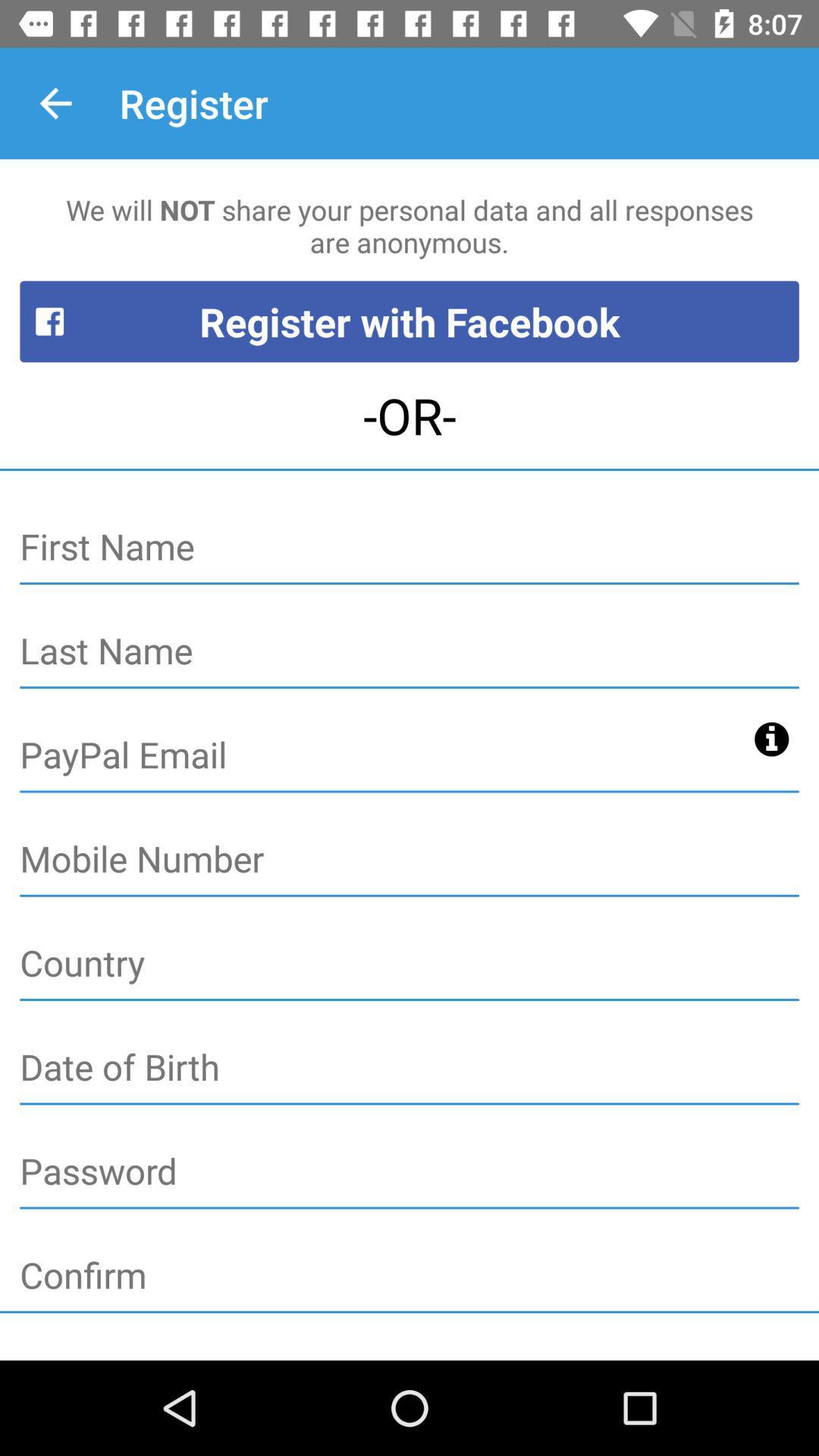 This screenshot has height=1456, width=819. What do you see at coordinates (771, 739) in the screenshot?
I see `the item on the right` at bounding box center [771, 739].